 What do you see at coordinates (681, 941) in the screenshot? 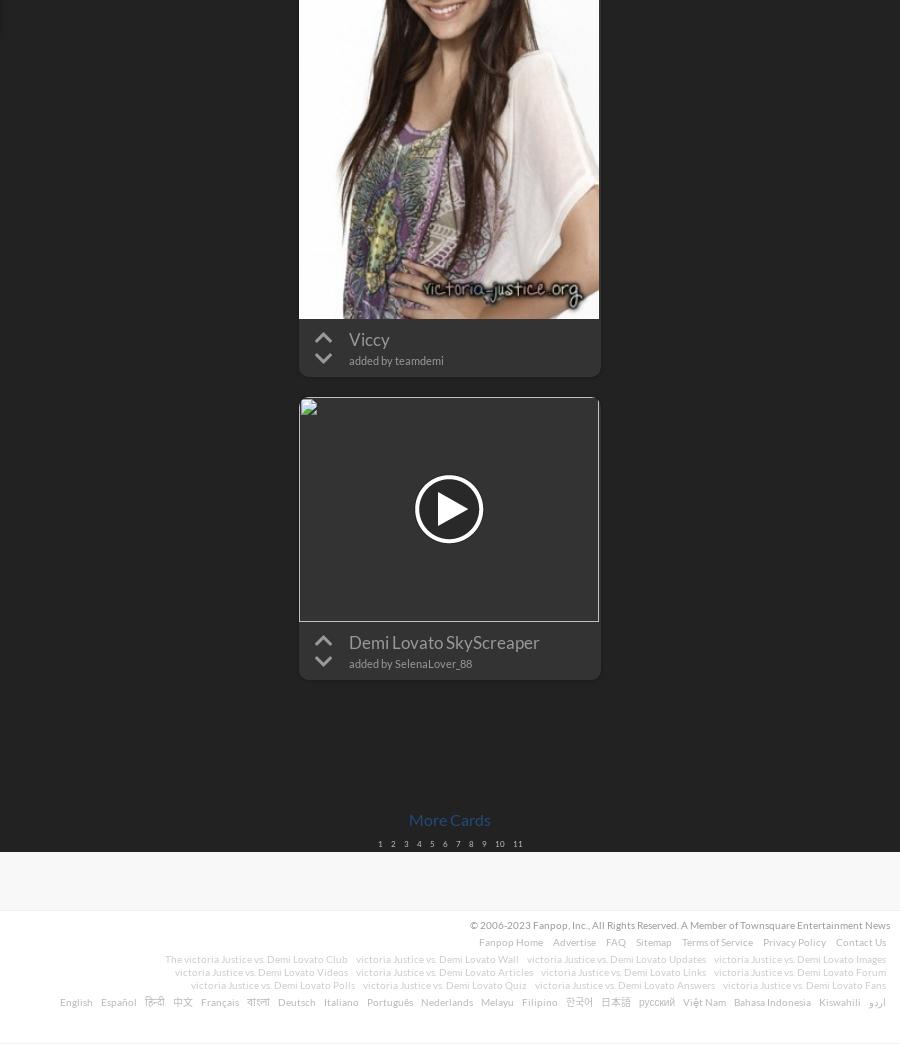
I see `'Terms of Service'` at bounding box center [681, 941].